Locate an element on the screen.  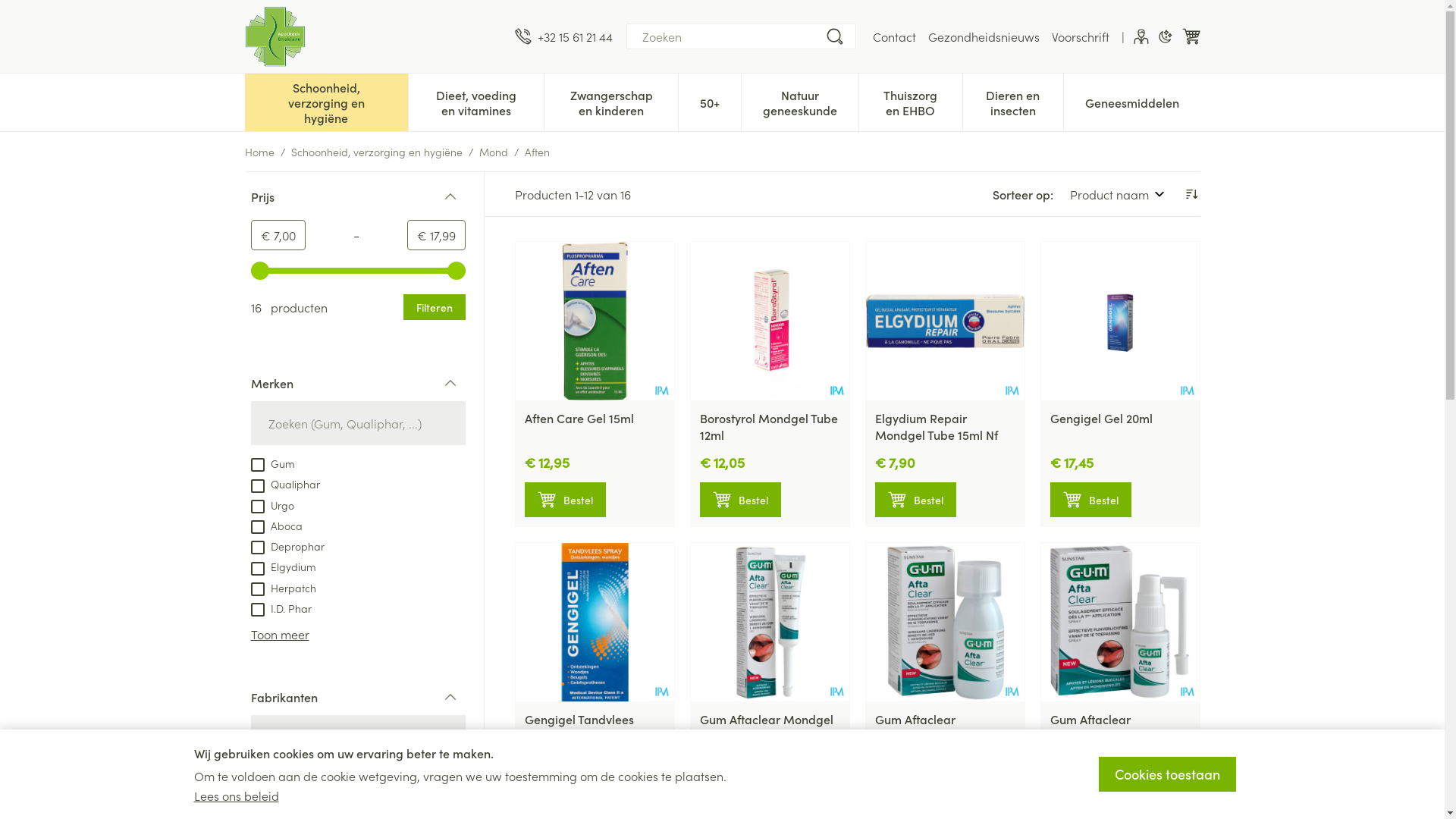
'Zoeken' is located at coordinates (833, 35).